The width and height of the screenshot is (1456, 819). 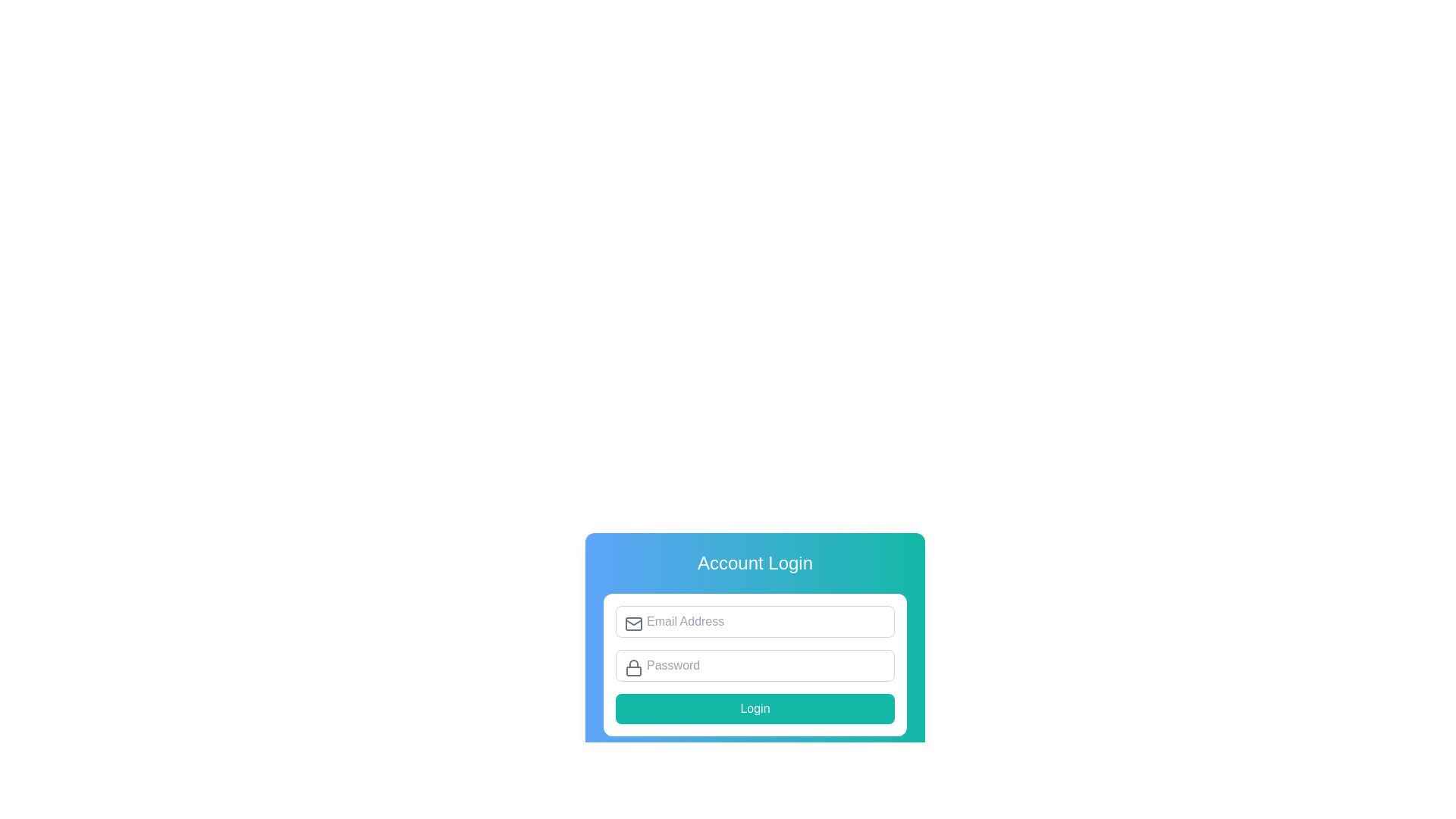 What do you see at coordinates (755, 563) in the screenshot?
I see `the text label displaying 'Account Login' in white color against a gradient blue to teal background` at bounding box center [755, 563].